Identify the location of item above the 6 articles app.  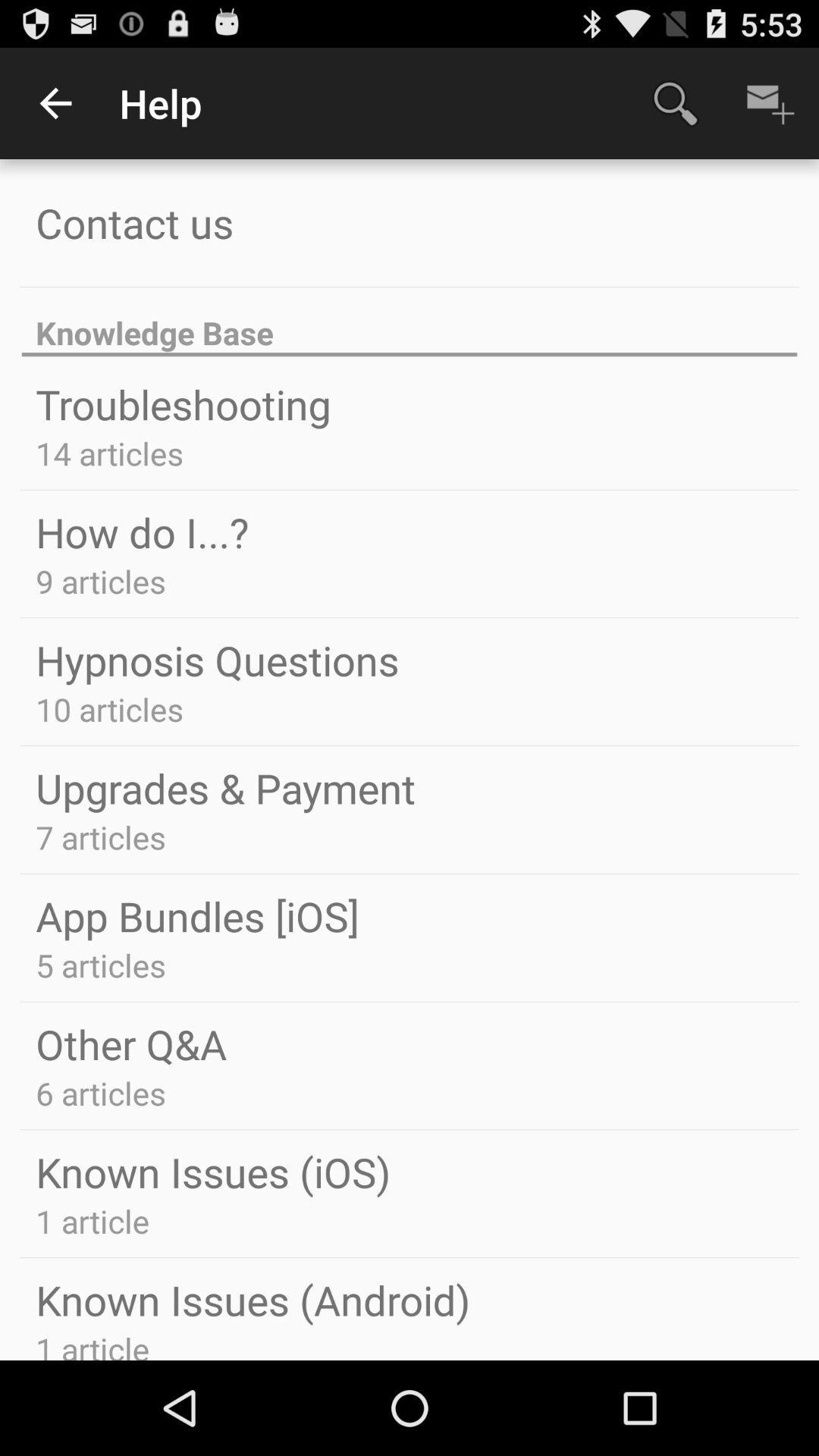
(130, 1043).